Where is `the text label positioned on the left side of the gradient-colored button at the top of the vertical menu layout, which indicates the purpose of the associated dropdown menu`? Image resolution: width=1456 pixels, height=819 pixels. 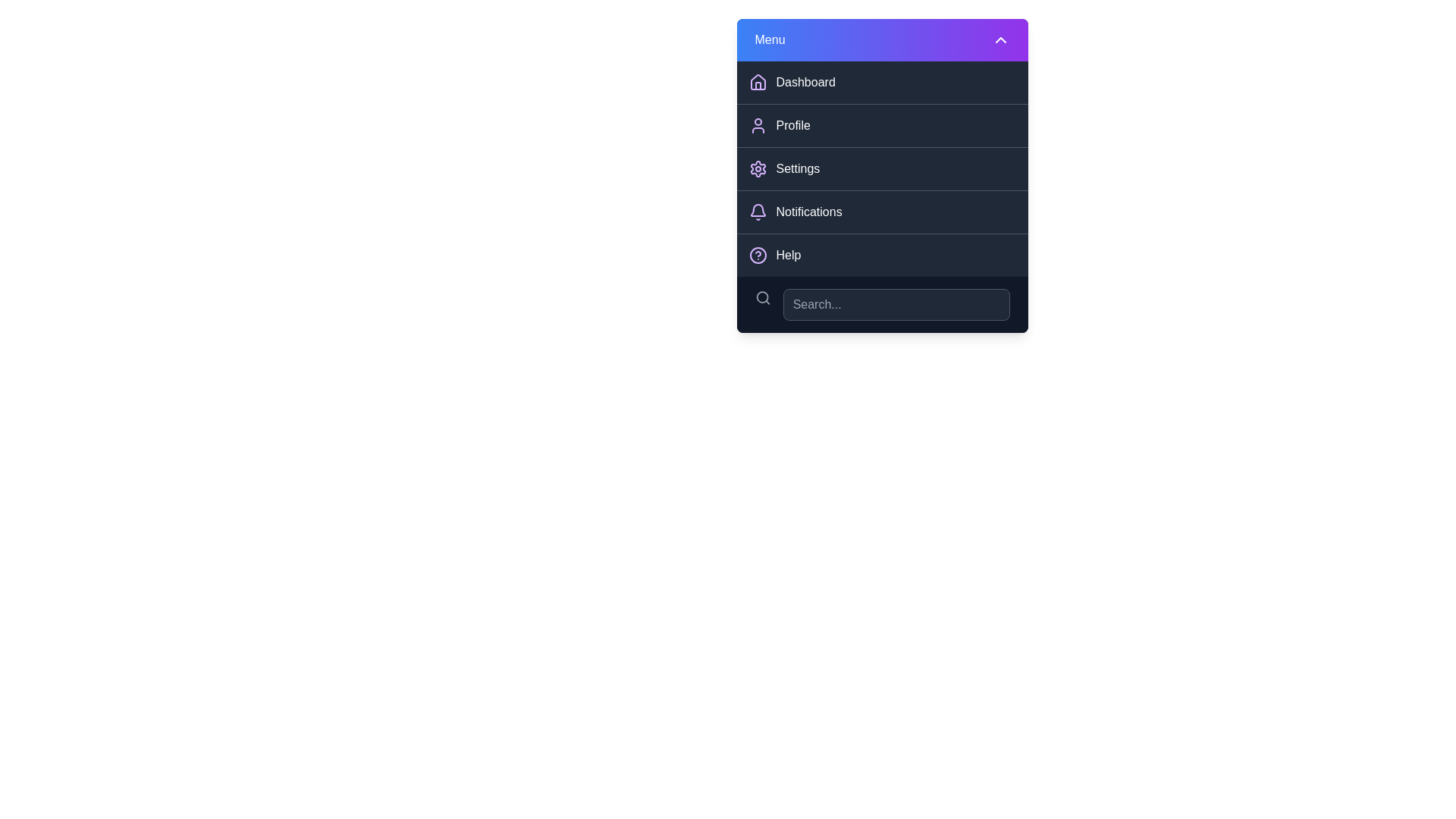 the text label positioned on the left side of the gradient-colored button at the top of the vertical menu layout, which indicates the purpose of the associated dropdown menu is located at coordinates (770, 39).